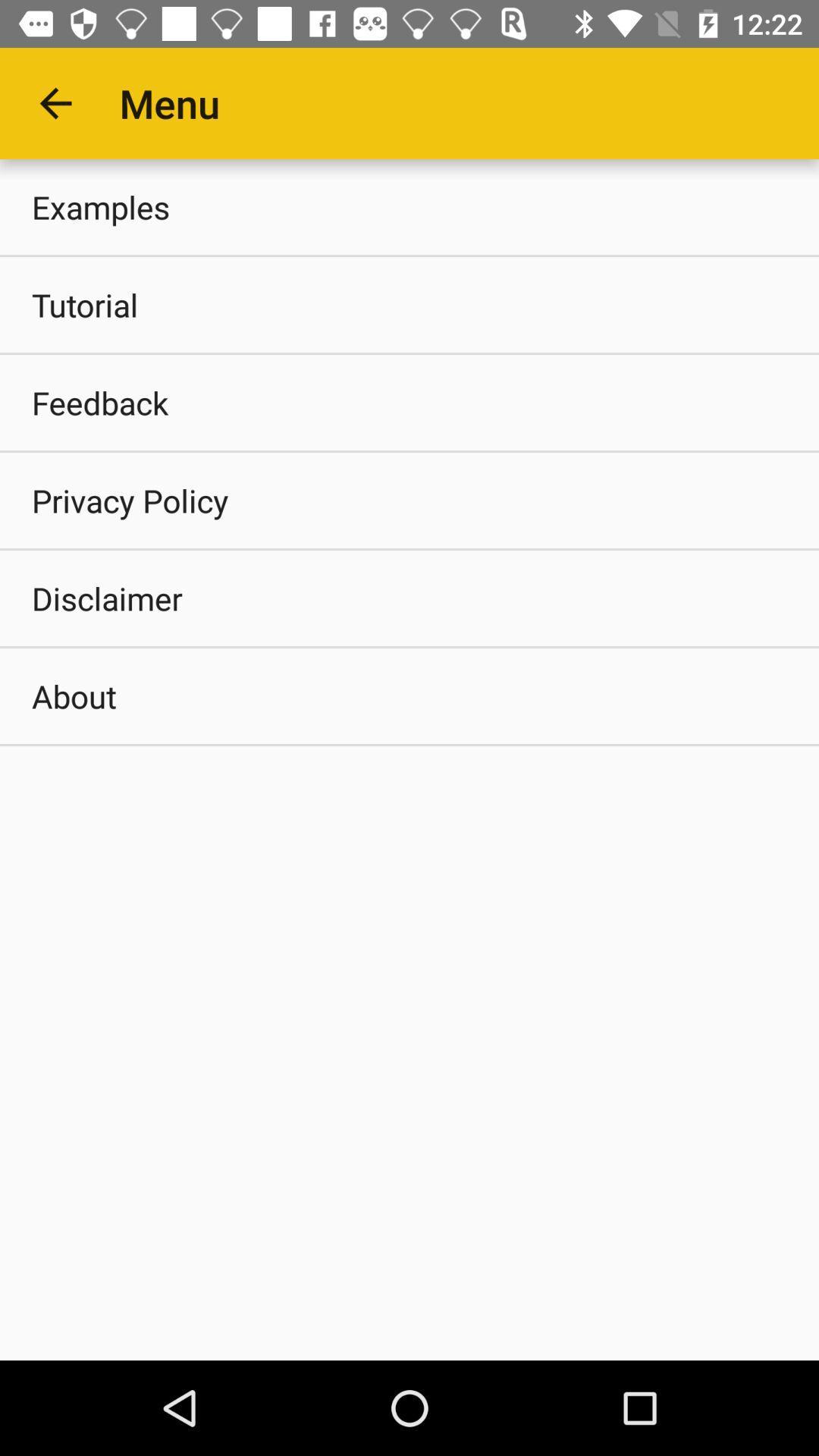 The width and height of the screenshot is (819, 1456). I want to click on icon above examples item, so click(55, 102).